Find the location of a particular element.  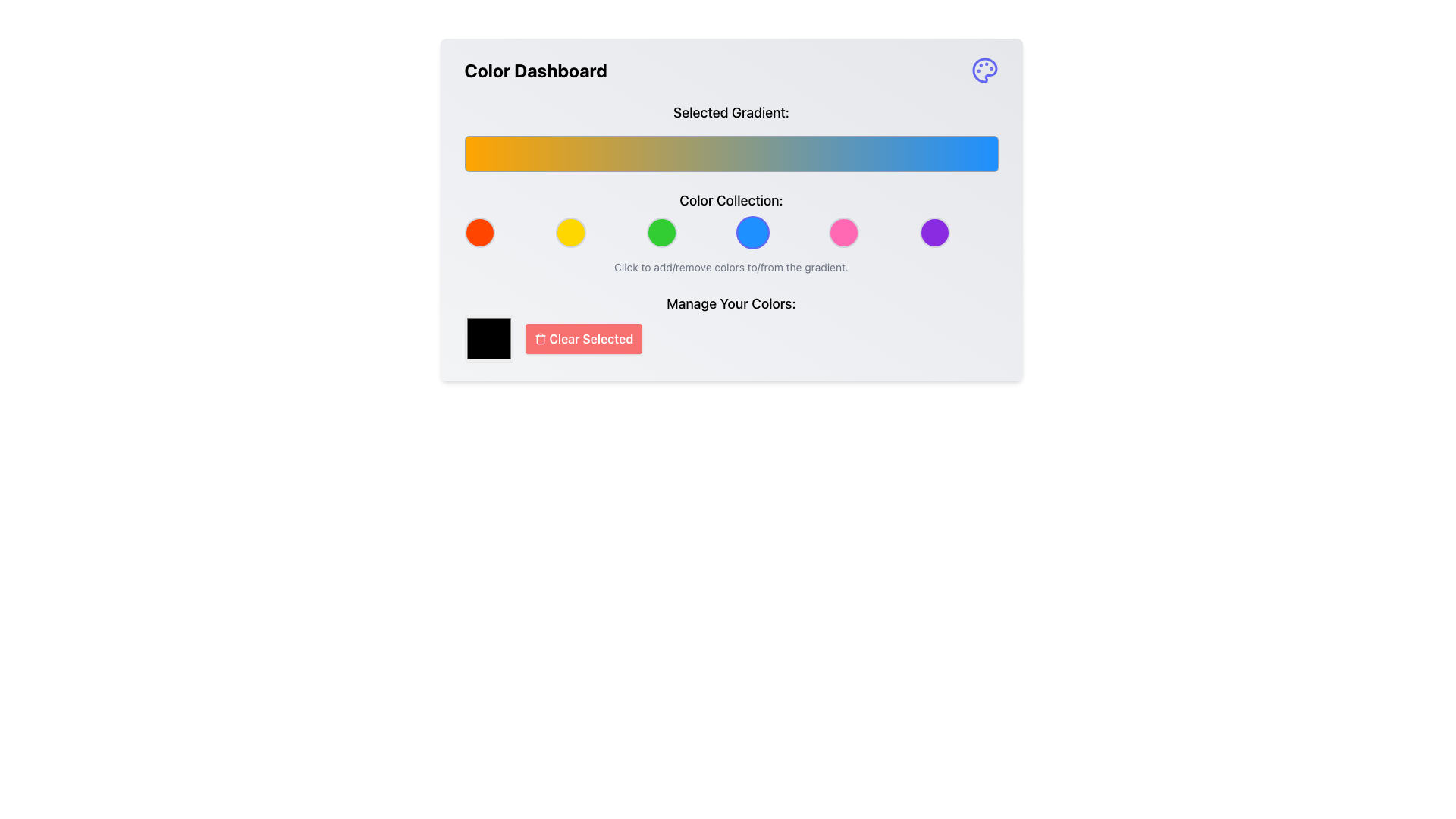

the text label located directly below the gradient selection bar, which indicates the function of the color selection section is located at coordinates (731, 200).